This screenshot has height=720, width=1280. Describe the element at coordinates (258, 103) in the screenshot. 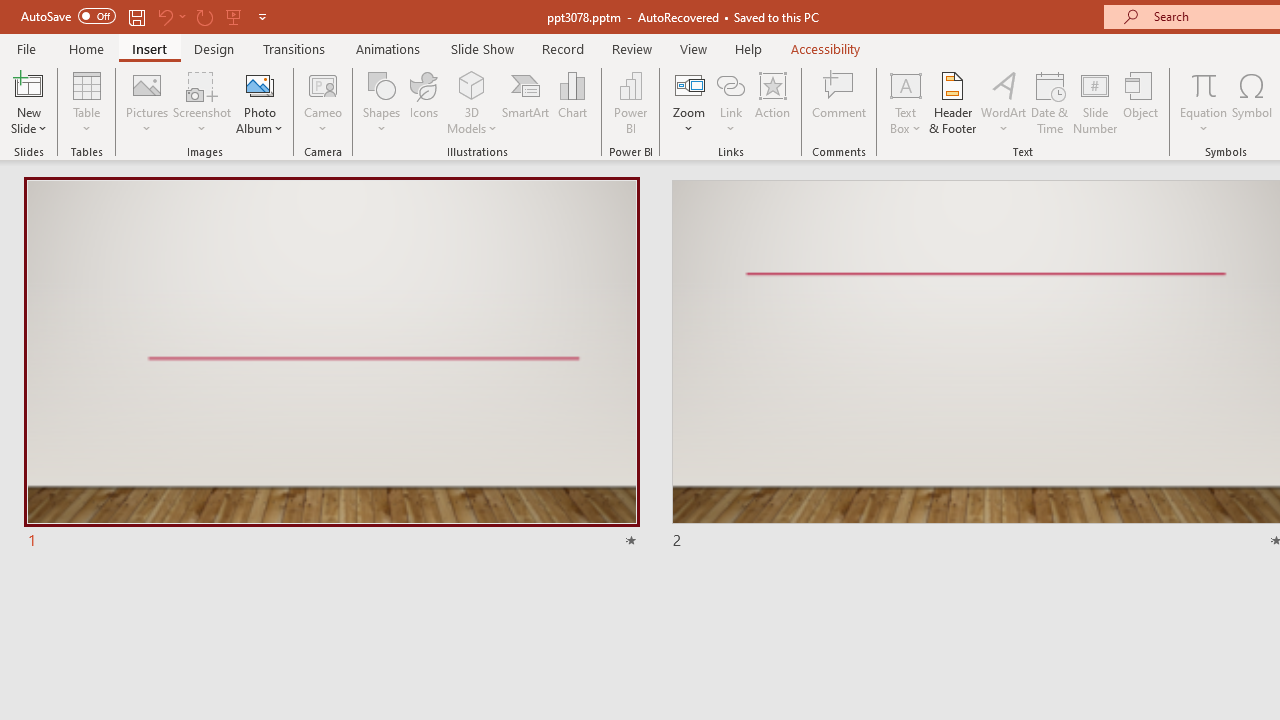

I see `'Photo Album...'` at that location.